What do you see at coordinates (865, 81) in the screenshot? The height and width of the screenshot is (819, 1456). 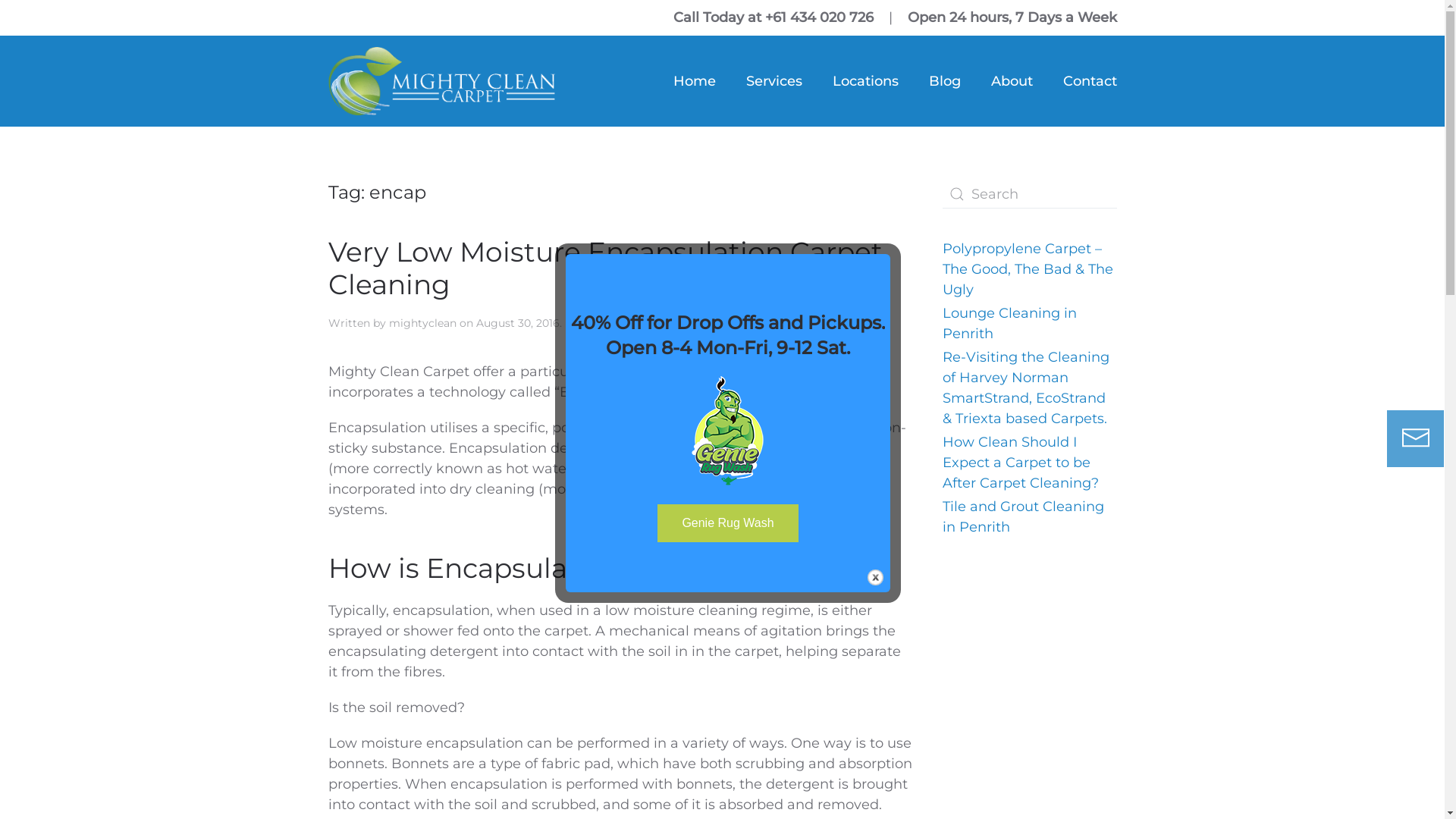 I see `'Locations'` at bounding box center [865, 81].